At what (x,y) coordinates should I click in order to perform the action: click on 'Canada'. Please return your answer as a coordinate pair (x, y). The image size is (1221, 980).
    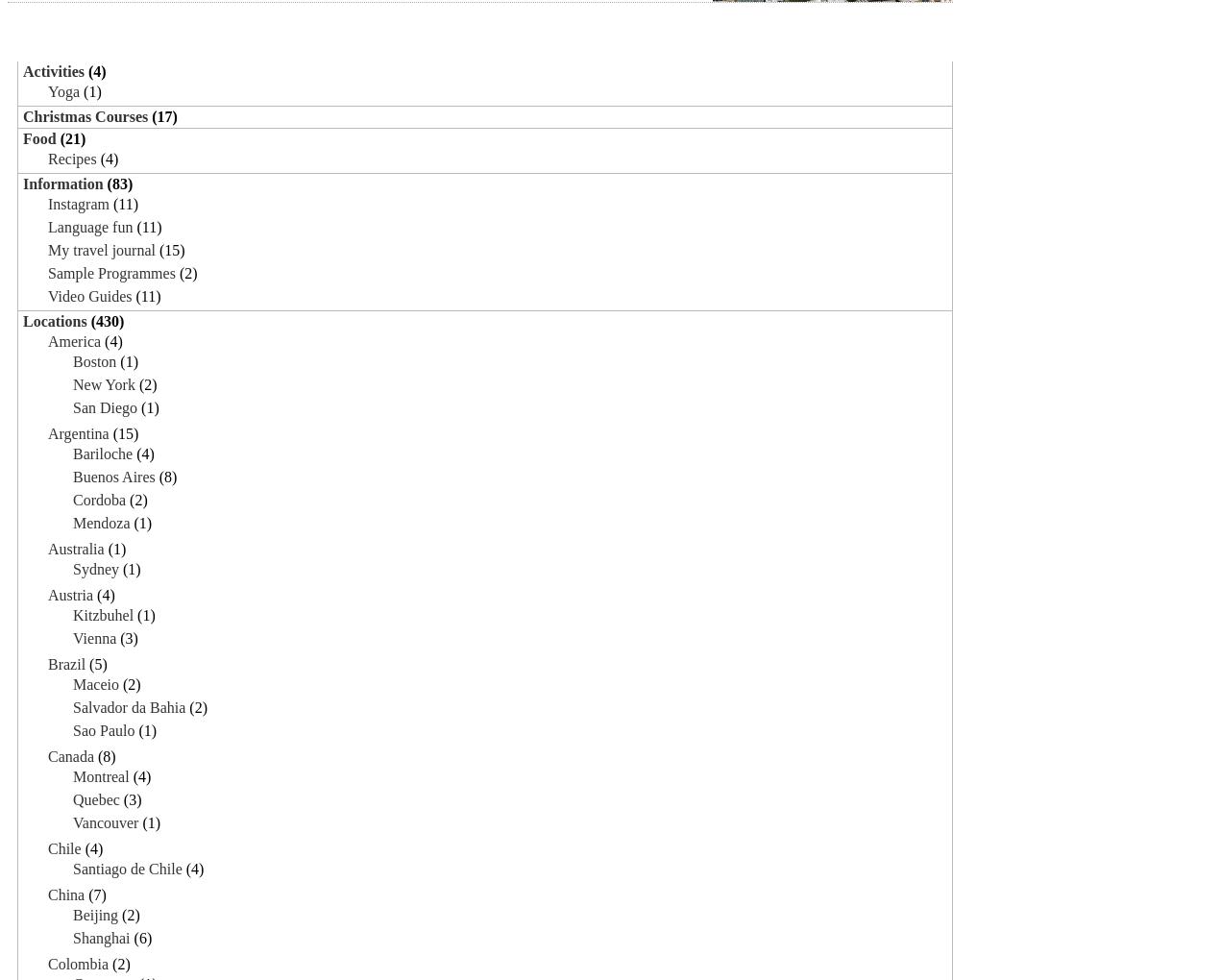
    Looking at the image, I should click on (70, 754).